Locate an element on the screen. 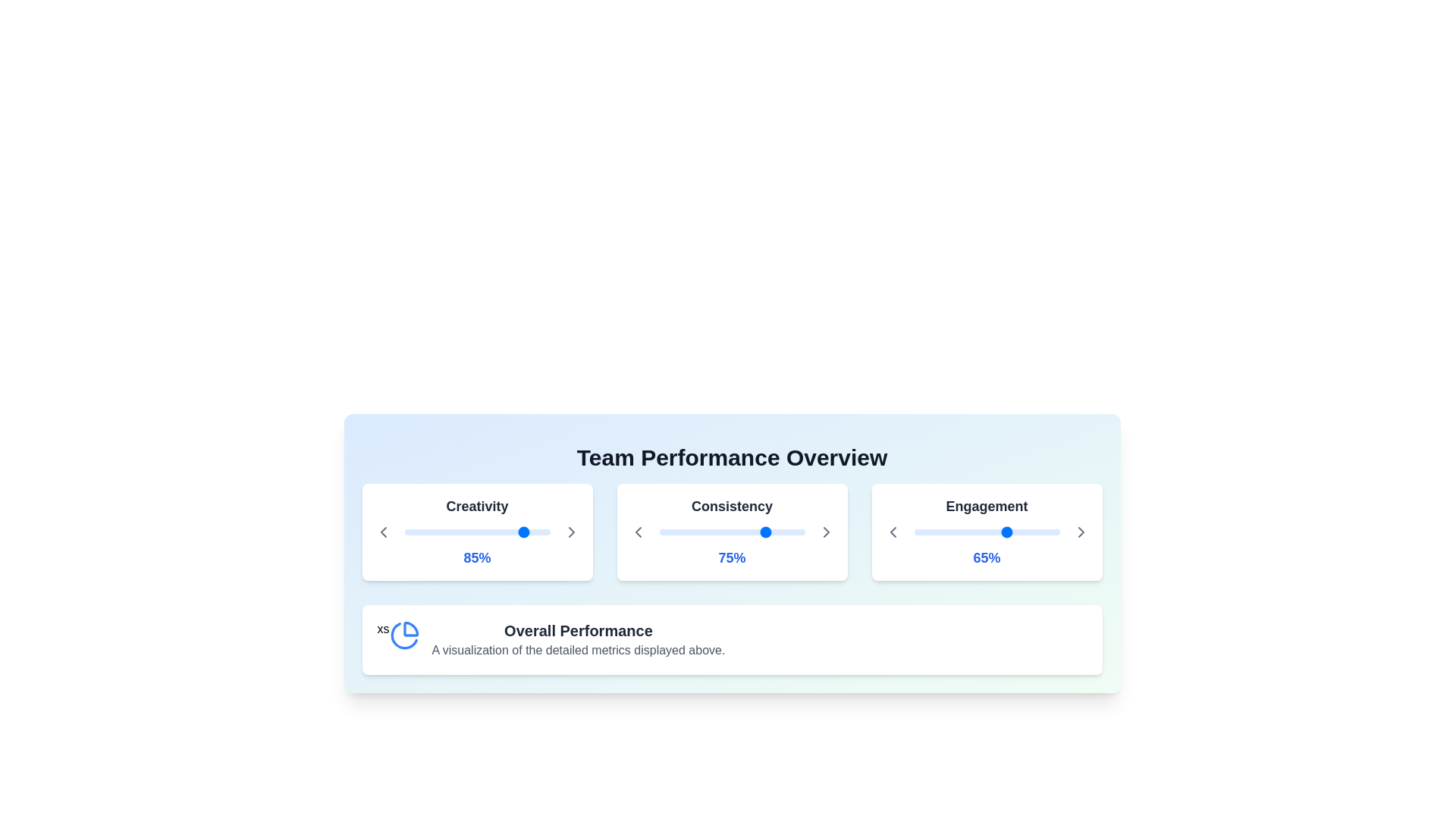 Image resolution: width=1456 pixels, height=819 pixels. the consistency score is located at coordinates (760, 532).